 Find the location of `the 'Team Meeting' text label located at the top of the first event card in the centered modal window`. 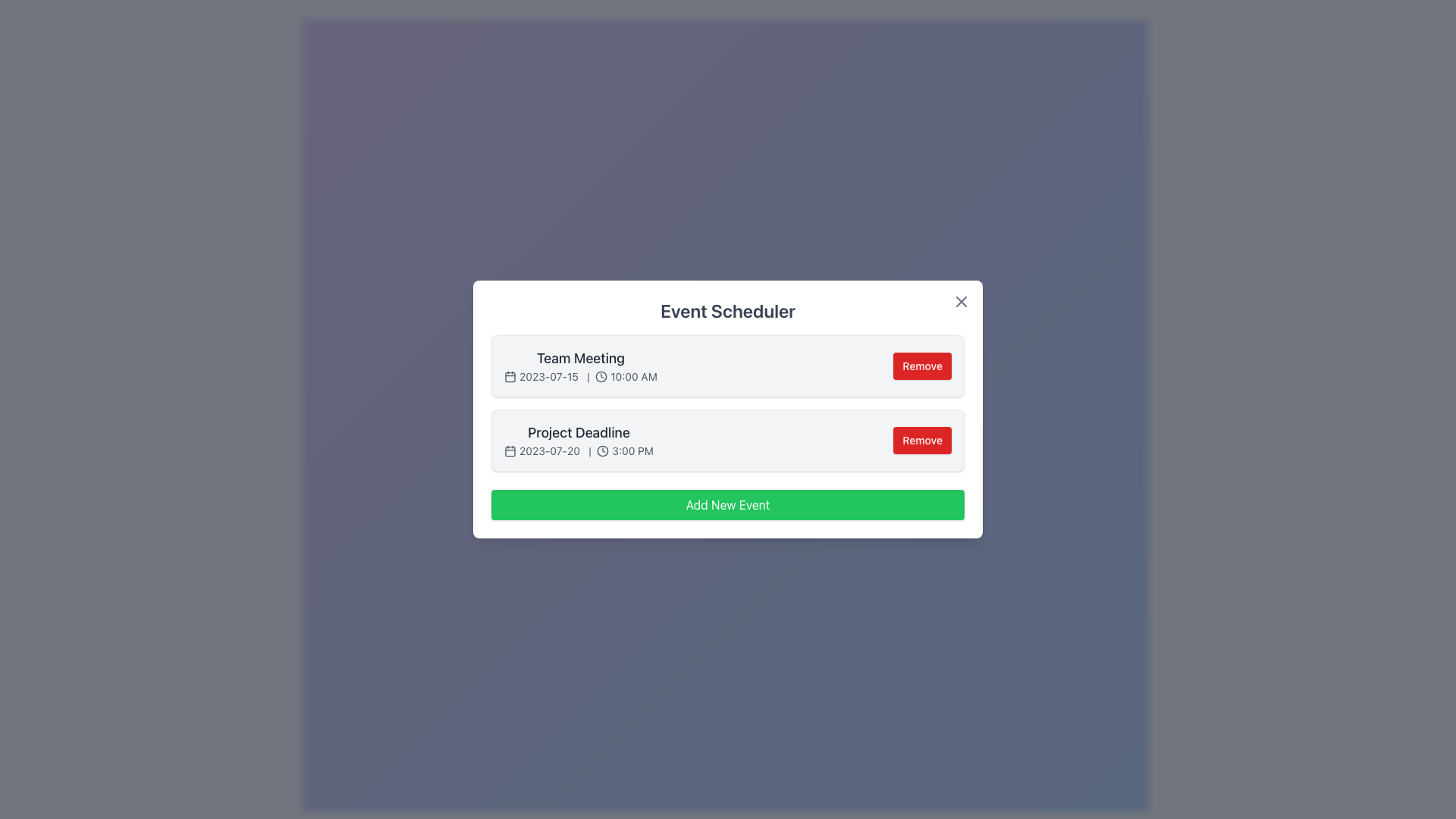

the 'Team Meeting' text label located at the top of the first event card in the centered modal window is located at coordinates (579, 359).